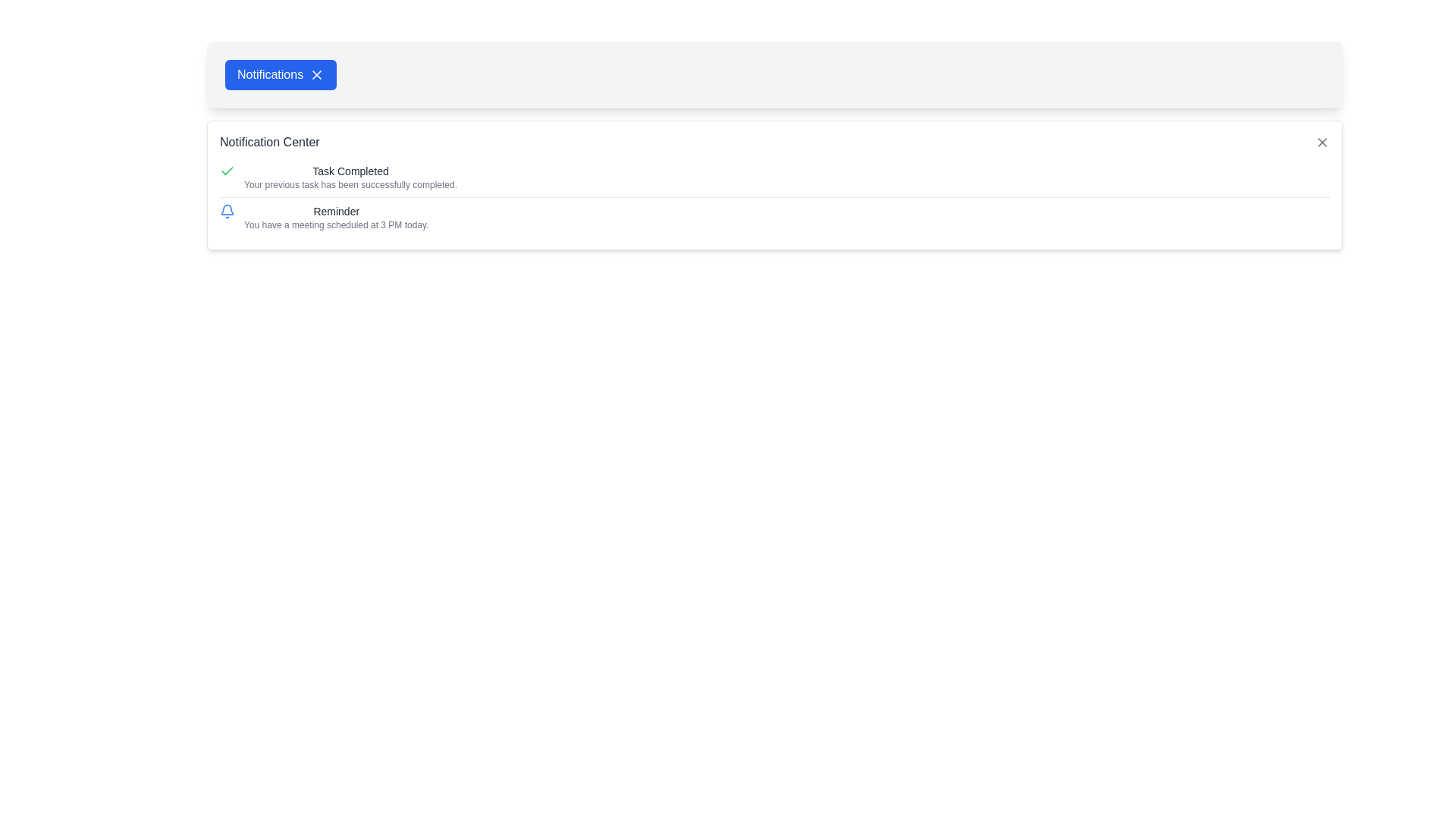 The image size is (1456, 819). Describe the element at coordinates (350, 171) in the screenshot. I see `the 'Task Completed' text label, which is located at the top of the first notification entry in the Notification Center` at that location.